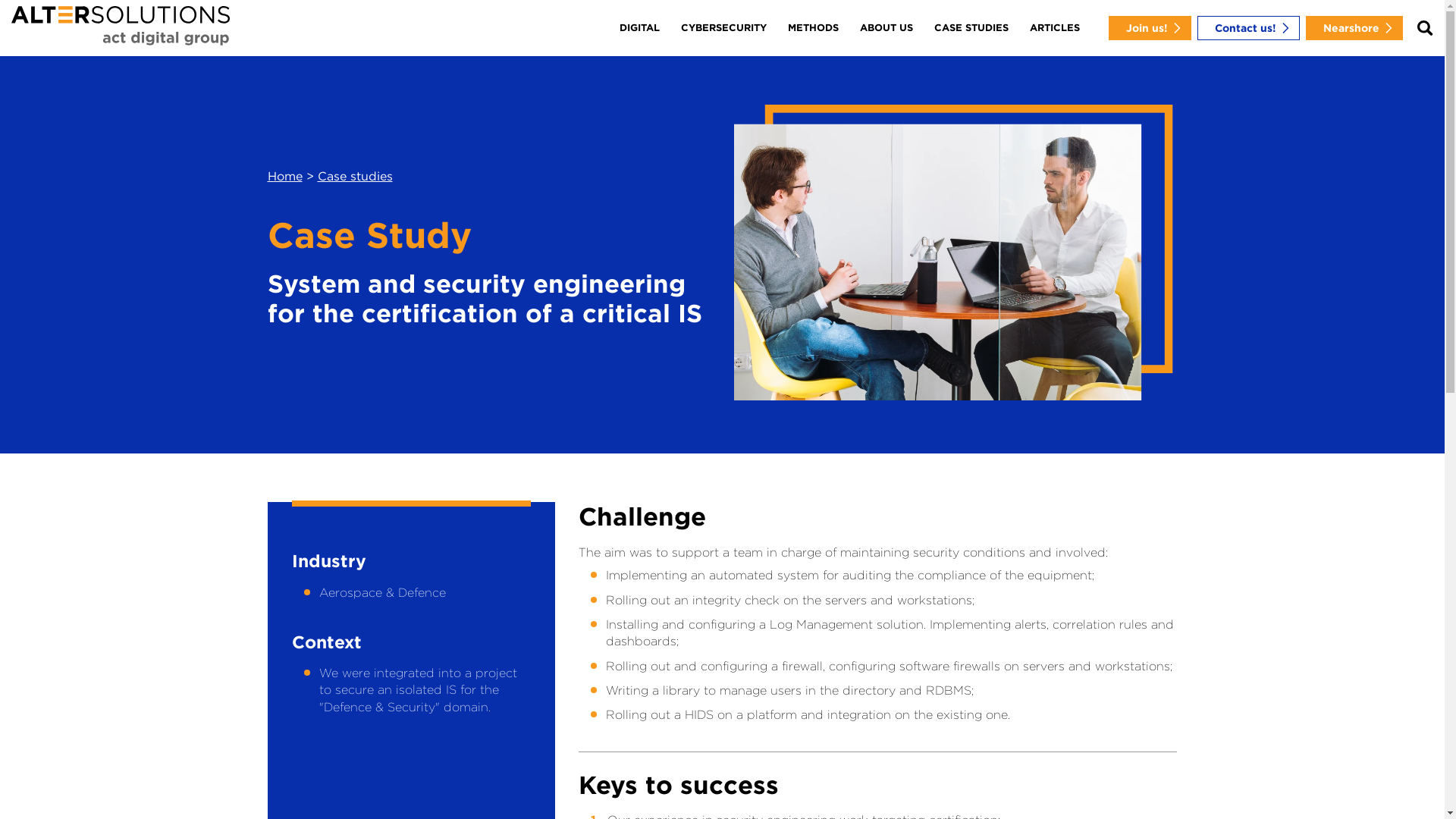 The width and height of the screenshot is (1456, 819). I want to click on 'METHODS', so click(811, 28).